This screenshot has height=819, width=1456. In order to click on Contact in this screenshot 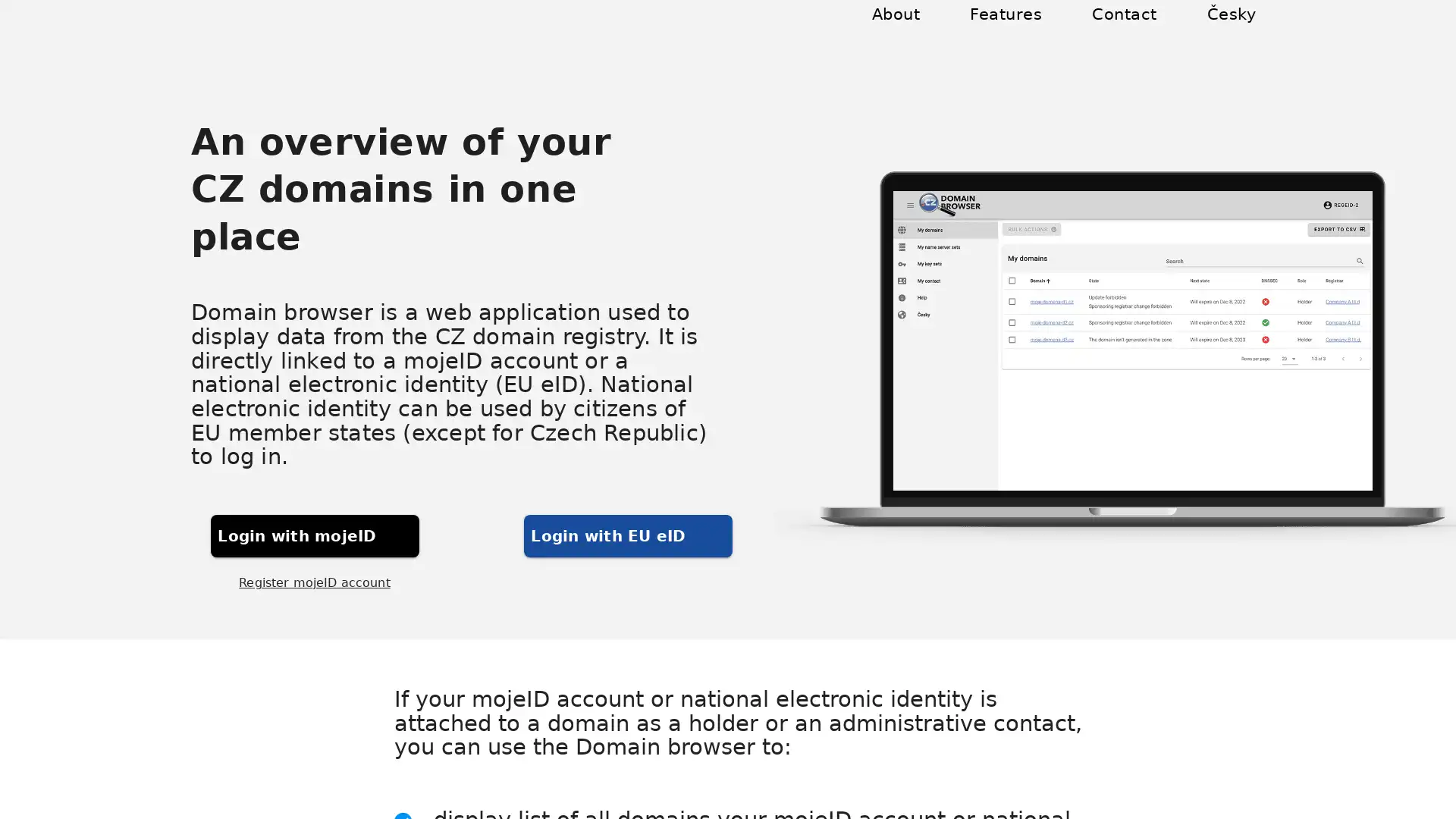, I will do `click(1130, 32)`.